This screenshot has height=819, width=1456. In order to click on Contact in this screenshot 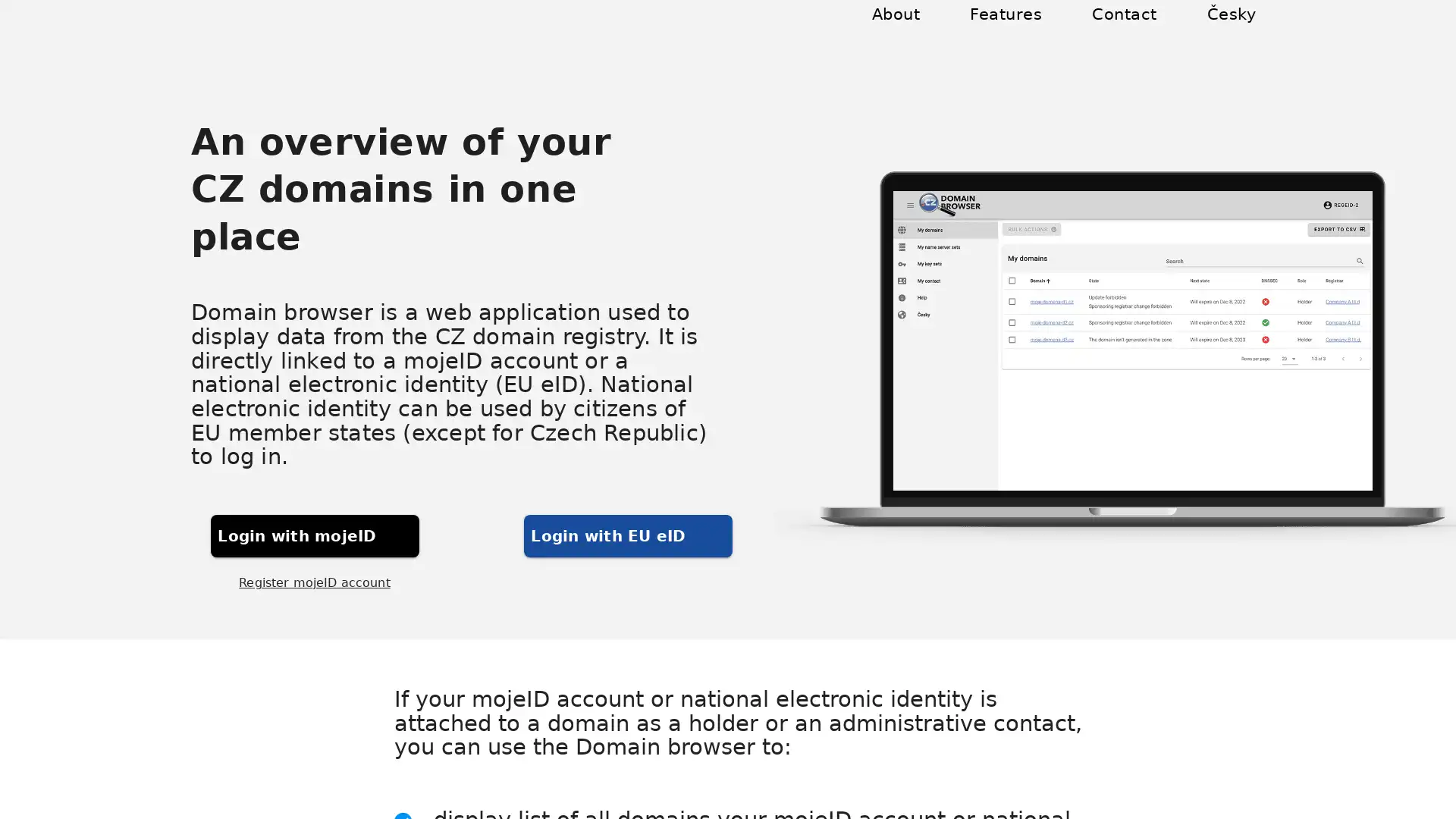, I will do `click(1130, 32)`.